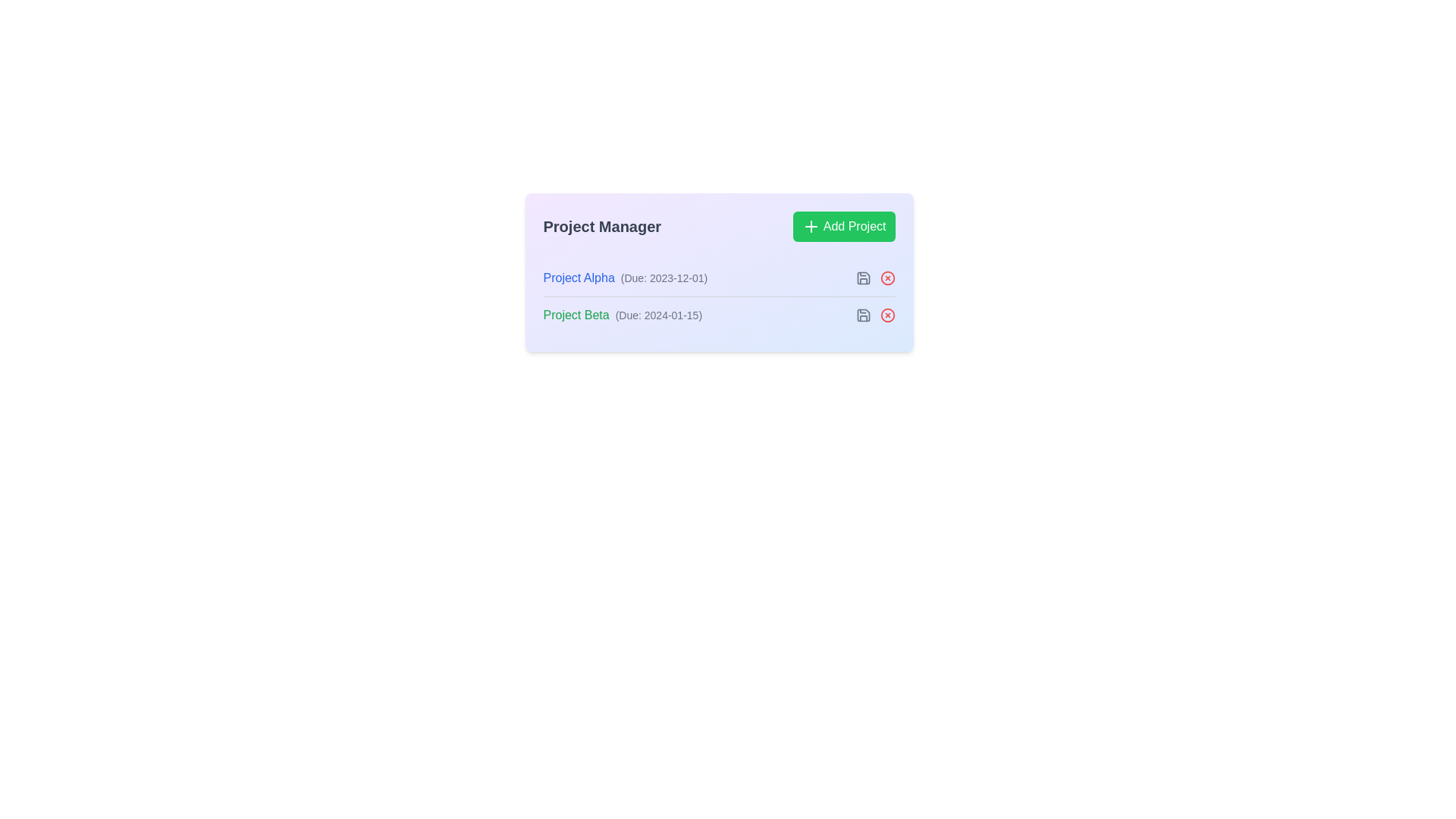 The image size is (1456, 819). What do you see at coordinates (623, 315) in the screenshot?
I see `the text label displaying the project title 'Project Beta' and due date 'Due: 2024-01-15' located in the second row under the 'Project Manager' section` at bounding box center [623, 315].